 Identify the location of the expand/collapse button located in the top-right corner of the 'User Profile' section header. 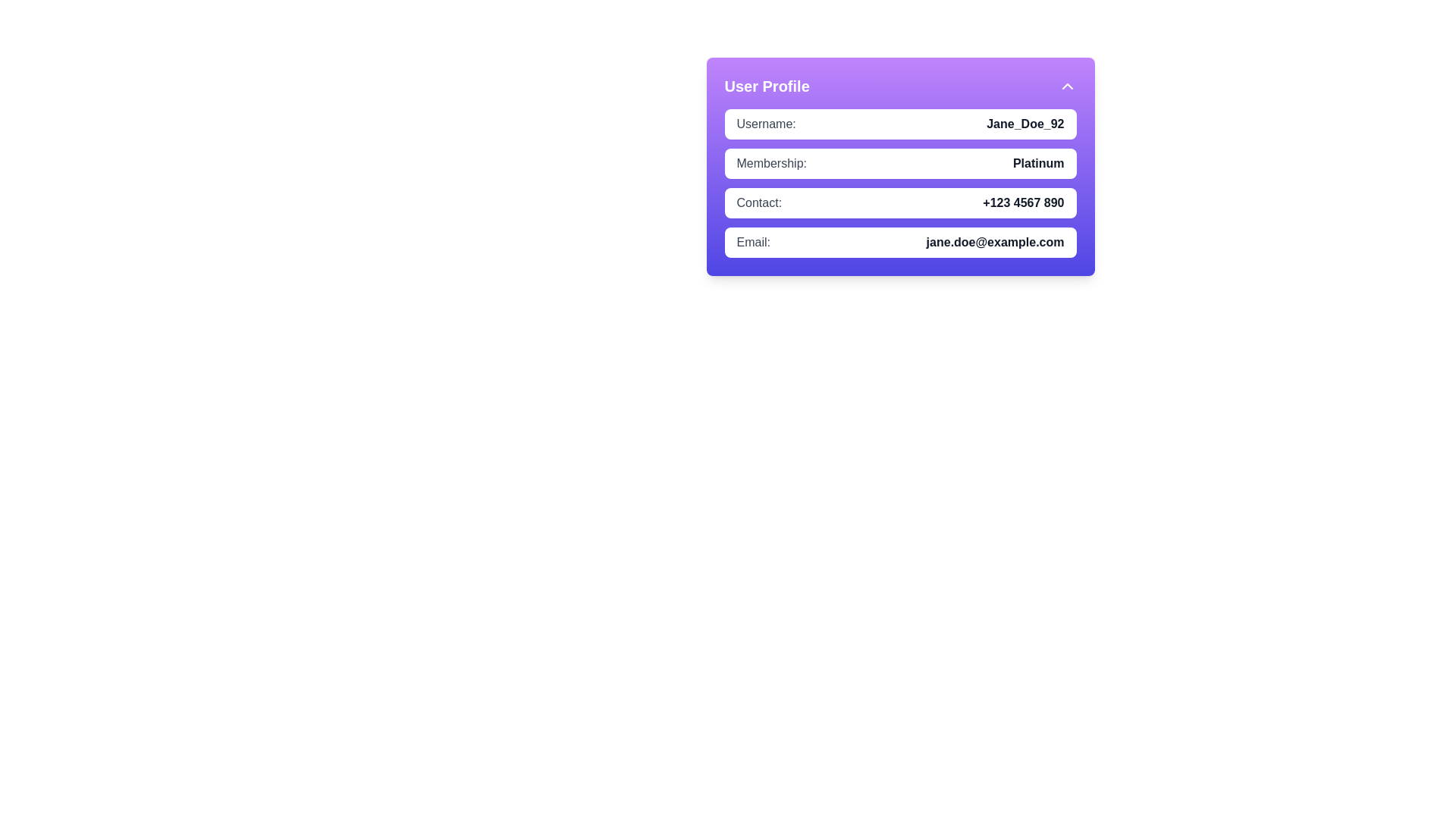
(1066, 86).